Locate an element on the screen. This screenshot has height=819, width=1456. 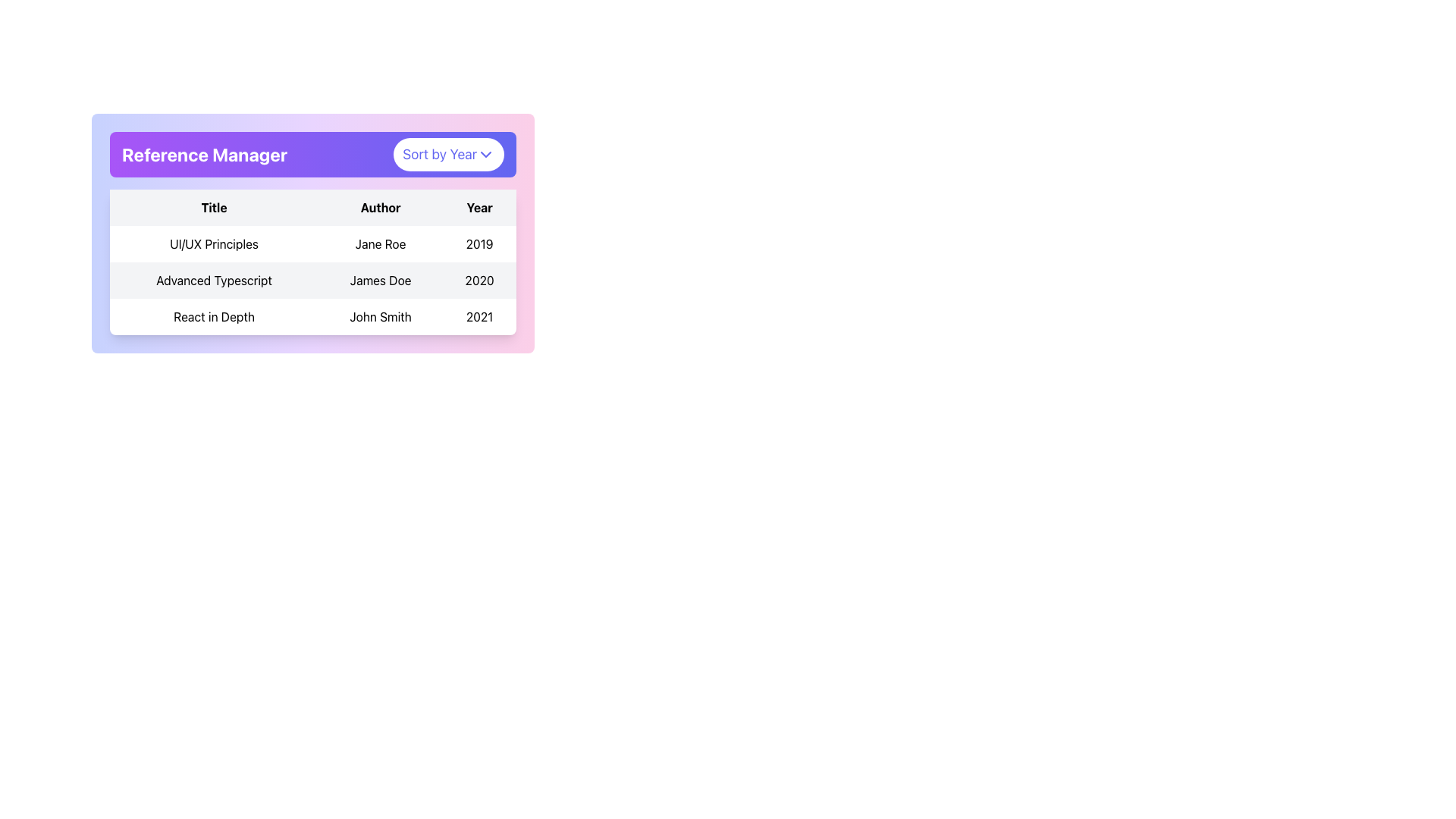
the Text Display element displaying '2021' in bold sans-serif font, located in the rightmost column under the 'Year' header, corresponding to the row for the book 'React in Depth' by 'John Smith' is located at coordinates (479, 315).